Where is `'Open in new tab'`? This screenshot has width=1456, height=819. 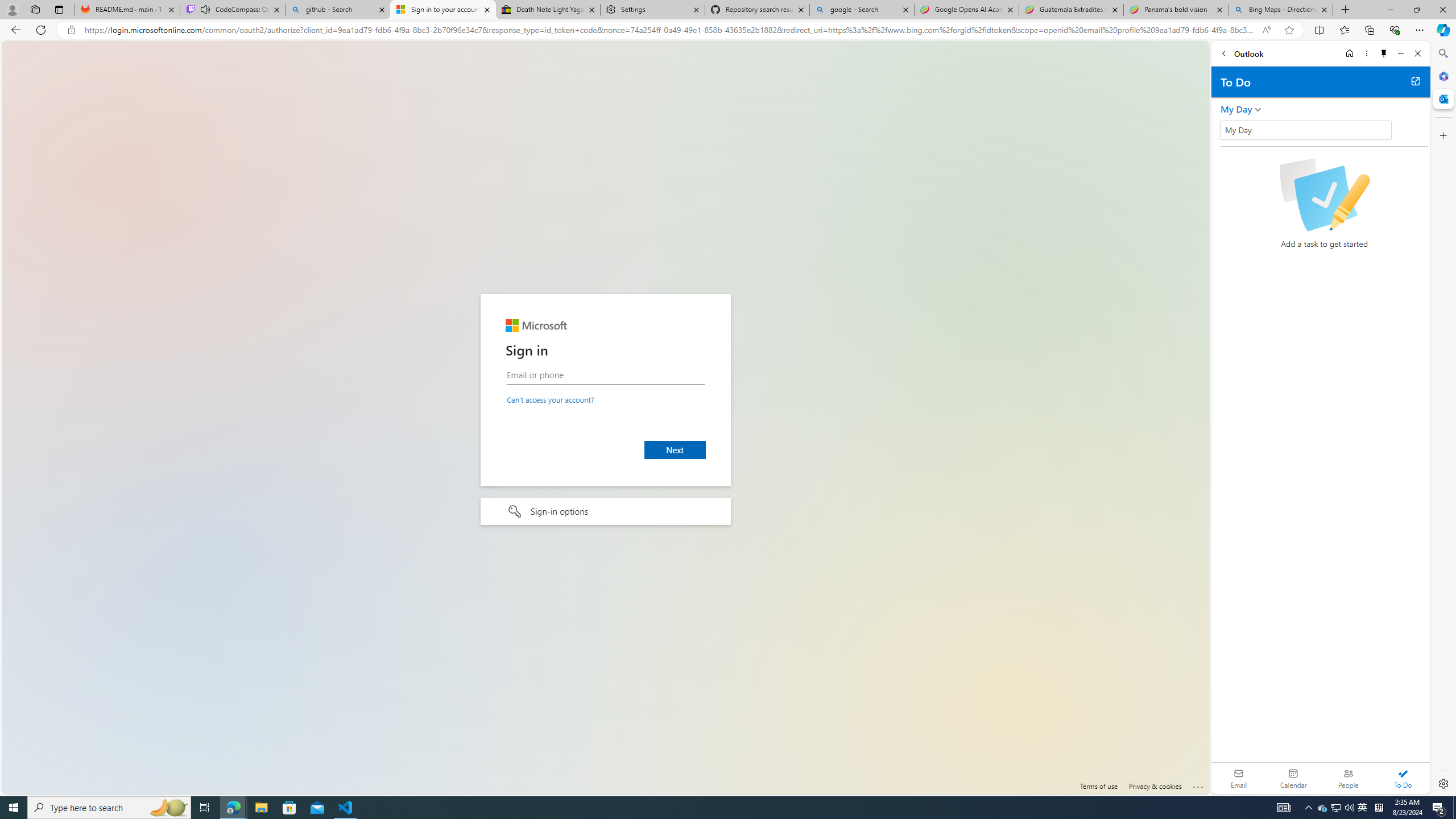 'Open in new tab' is located at coordinates (1414, 80).